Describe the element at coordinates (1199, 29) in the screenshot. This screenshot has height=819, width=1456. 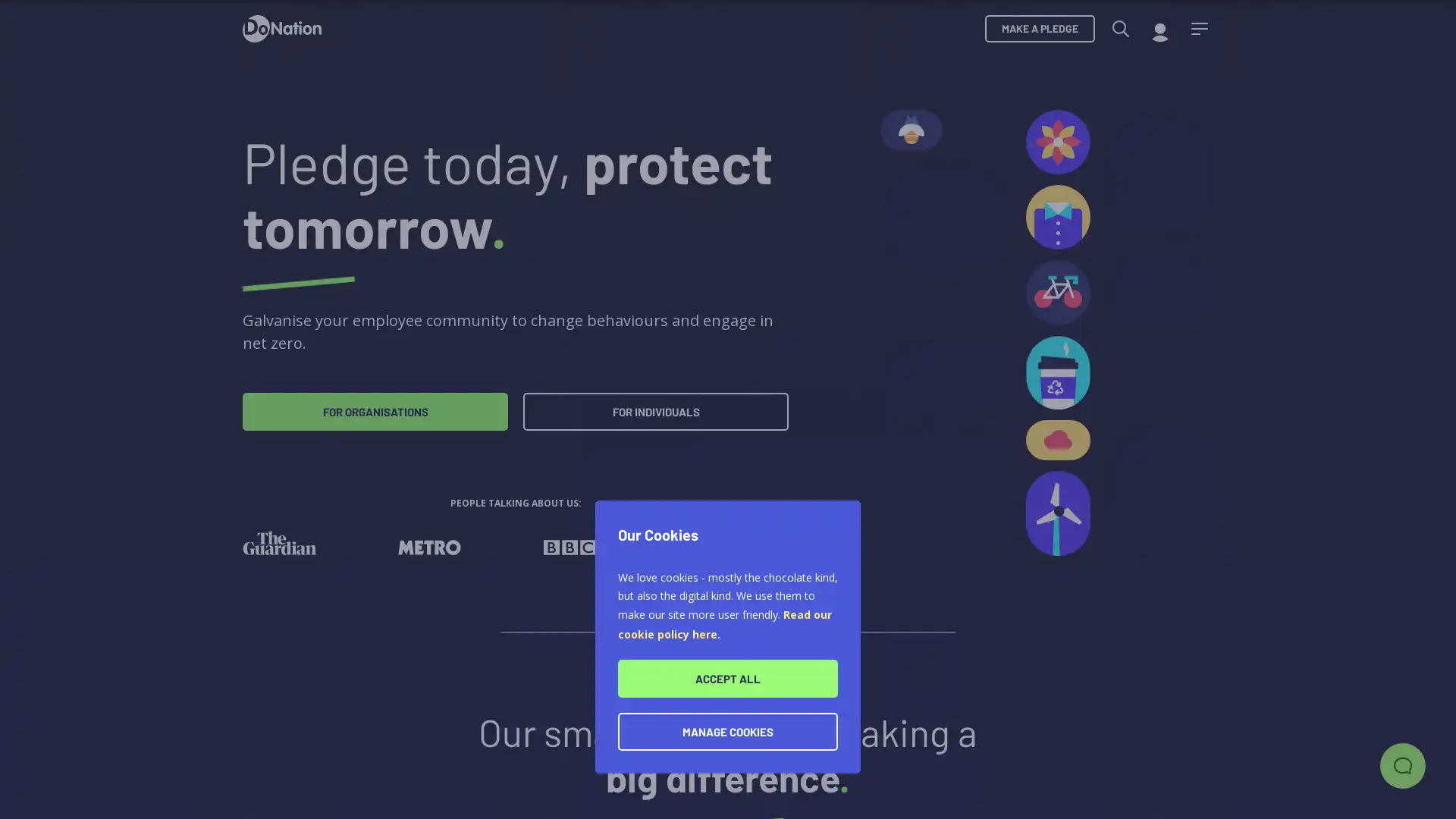
I see `Menu` at that location.